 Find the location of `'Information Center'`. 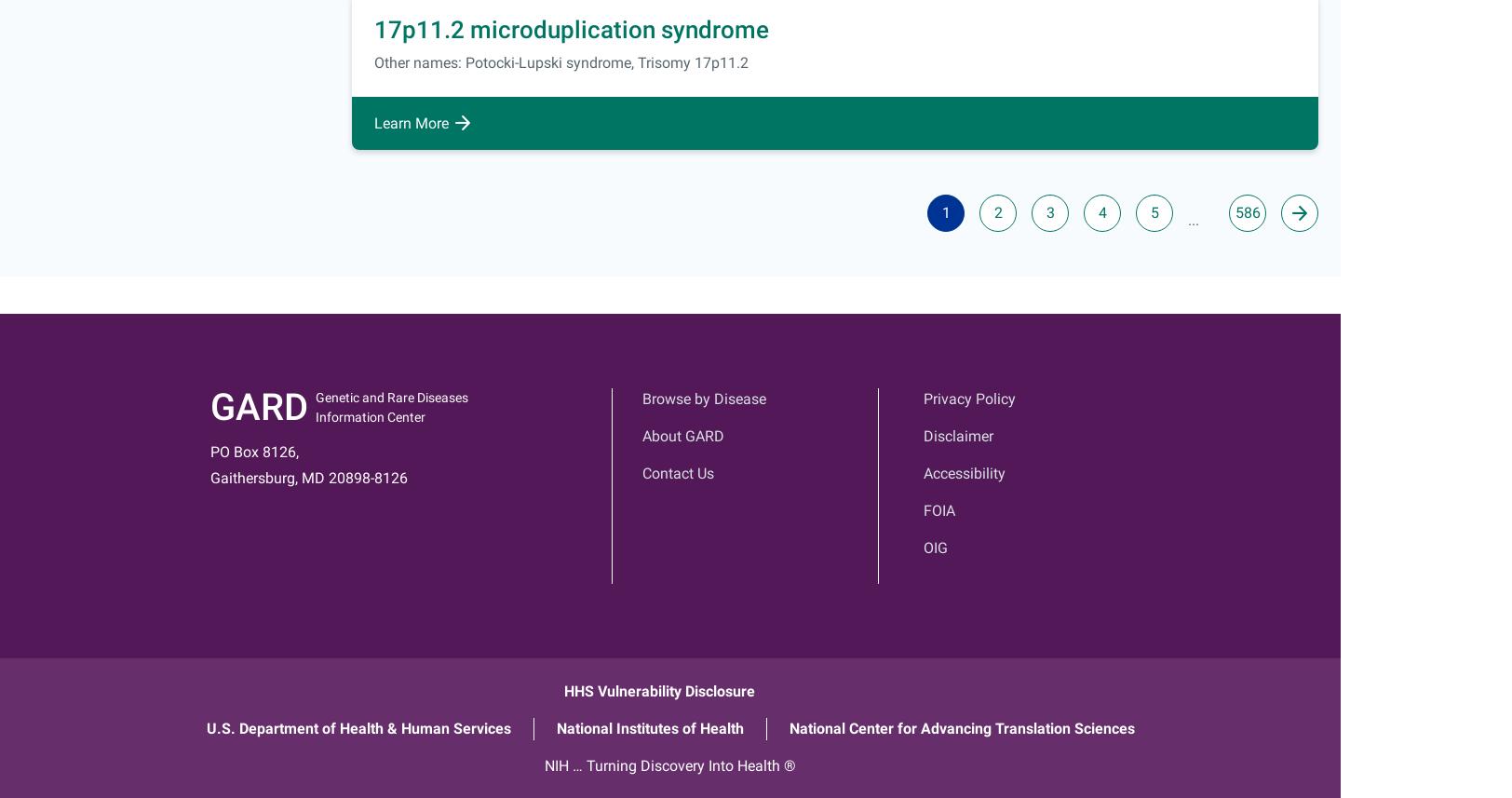

'Information Center' is located at coordinates (371, 415).